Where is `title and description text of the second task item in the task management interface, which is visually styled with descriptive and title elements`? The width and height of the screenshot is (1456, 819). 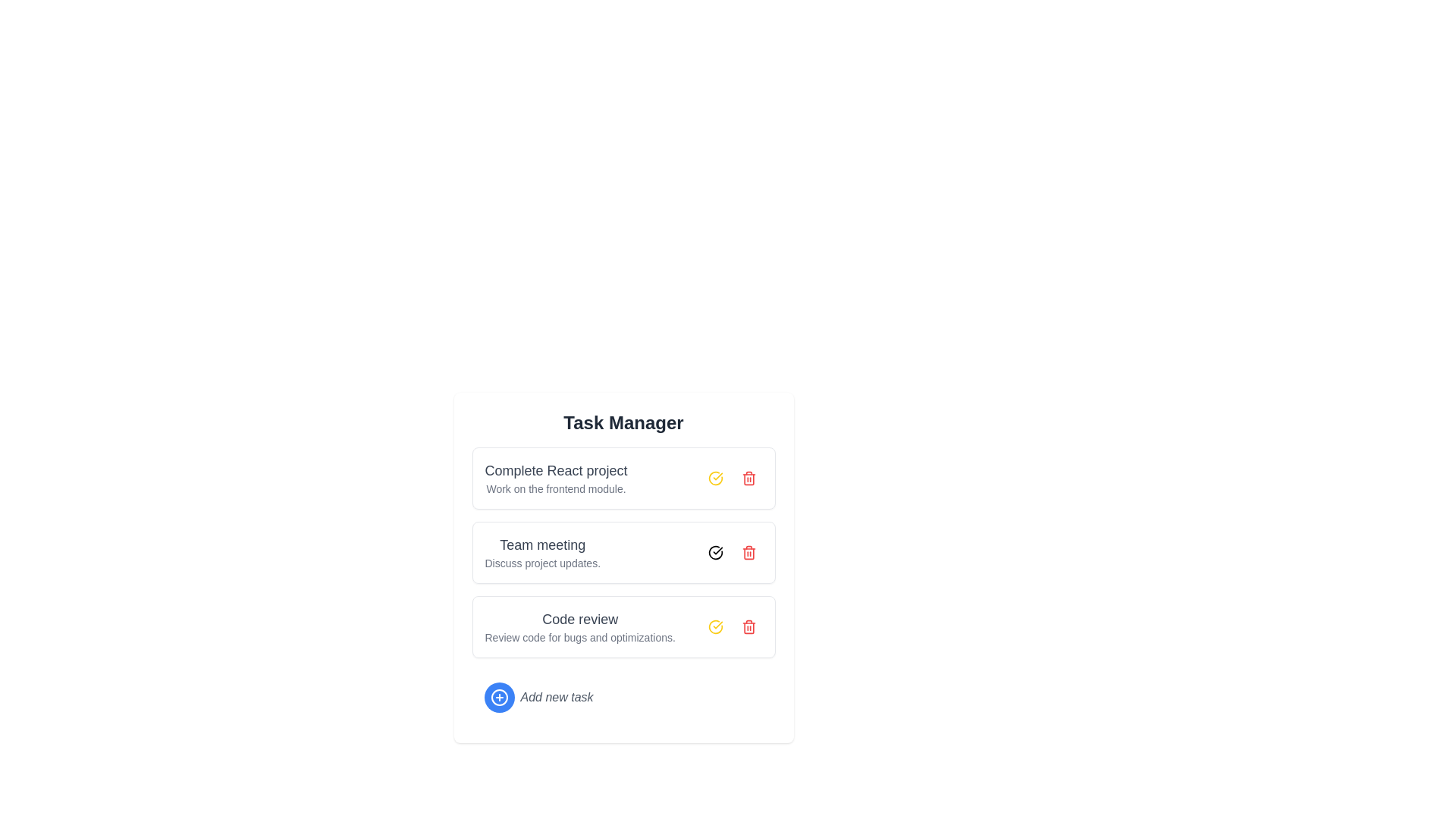
title and description text of the second task item in the task management interface, which is visually styled with descriptive and title elements is located at coordinates (542, 553).